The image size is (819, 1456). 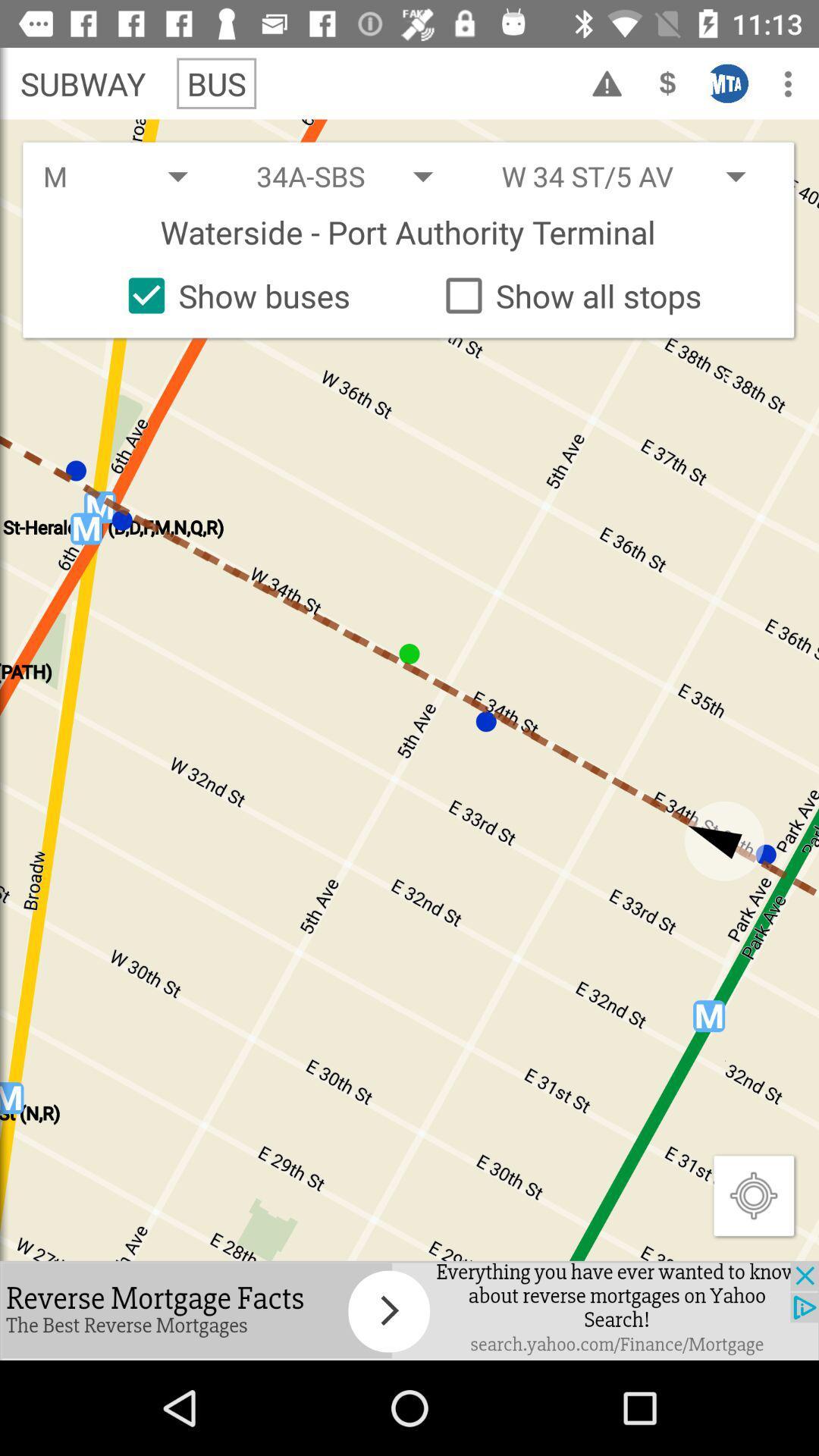 I want to click on the more icon, so click(x=788, y=83).